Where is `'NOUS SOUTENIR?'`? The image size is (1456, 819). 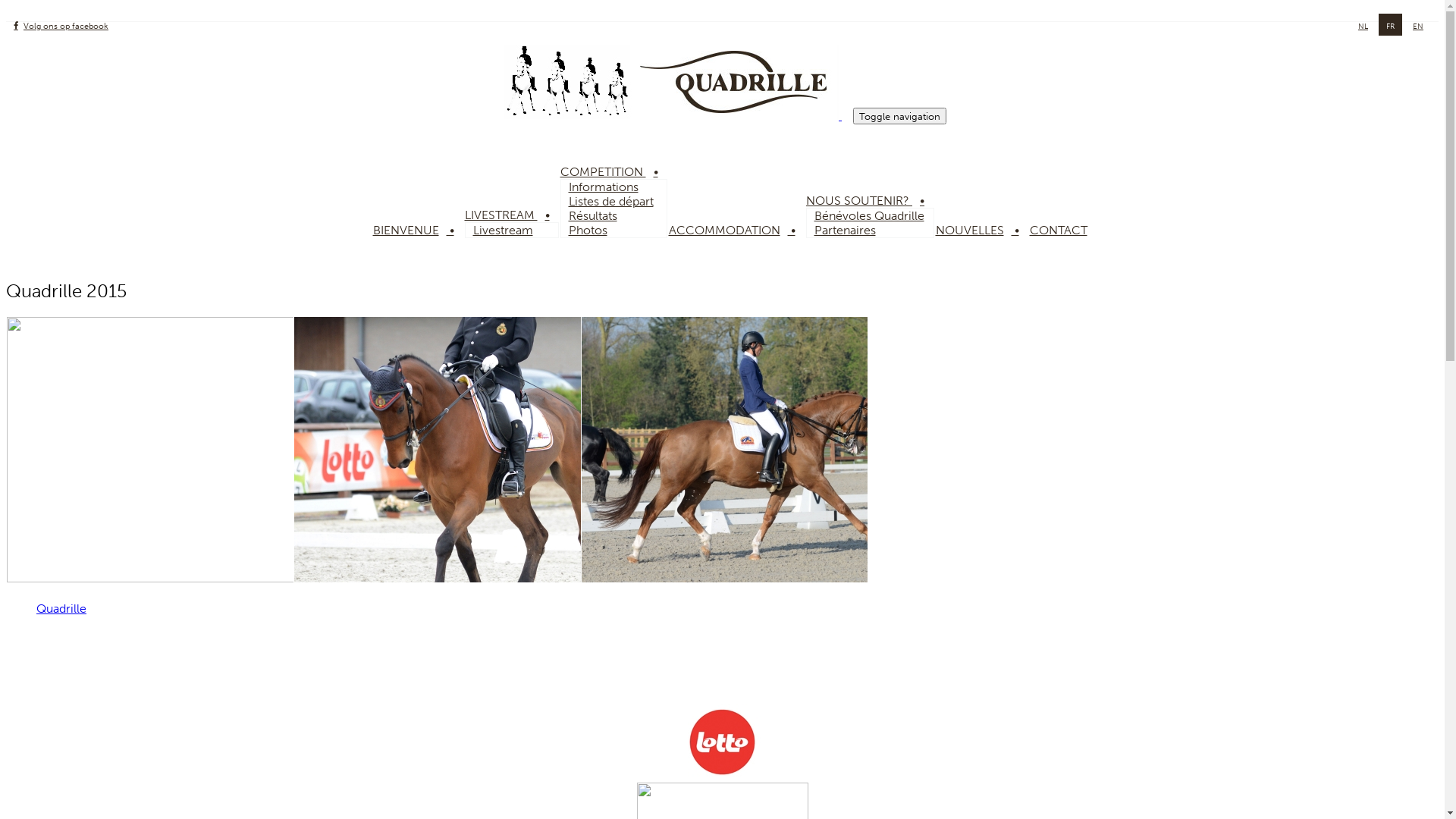
'NOUS SOUTENIR?' is located at coordinates (869, 199).